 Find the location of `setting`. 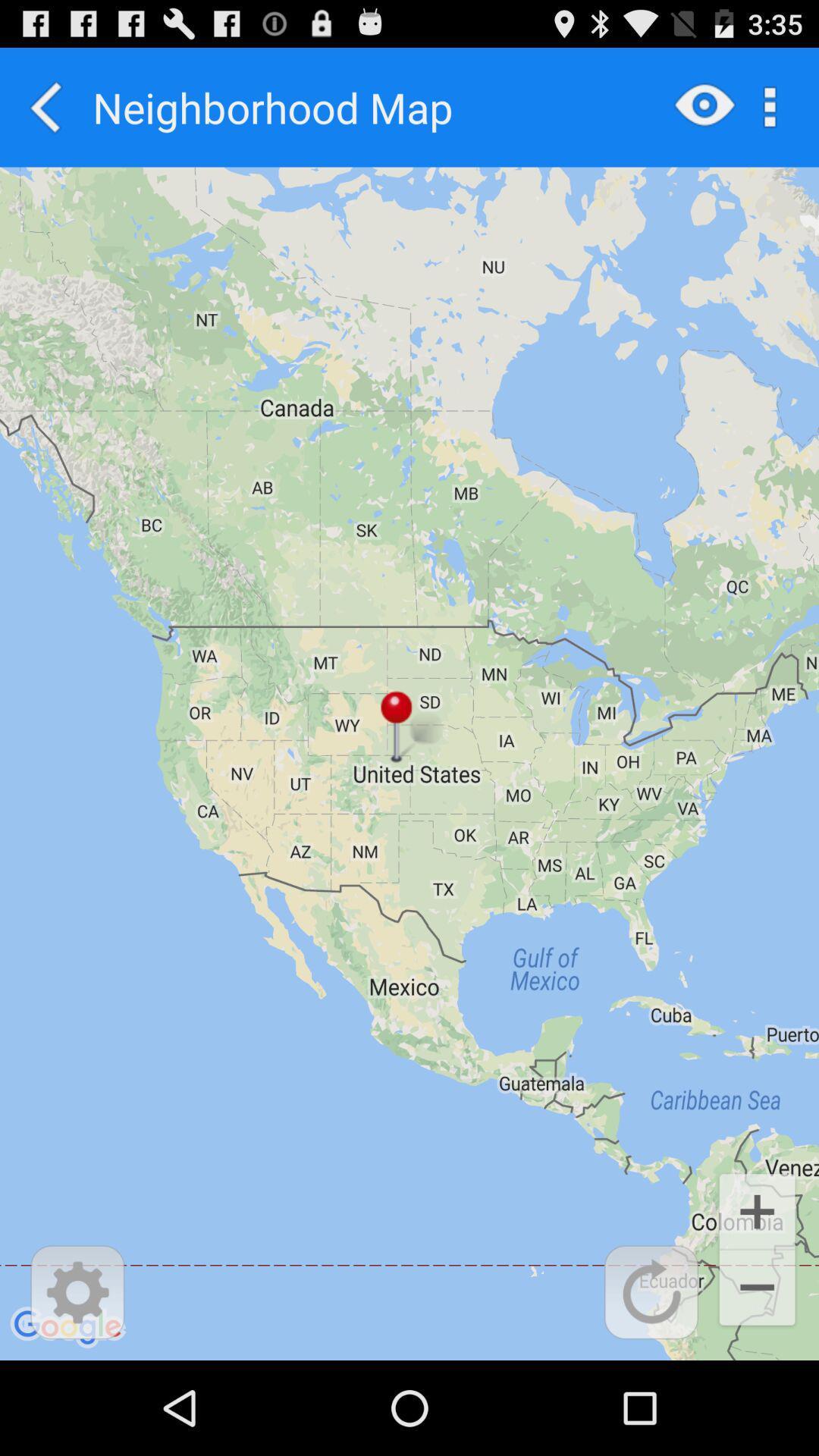

setting is located at coordinates (77, 1291).